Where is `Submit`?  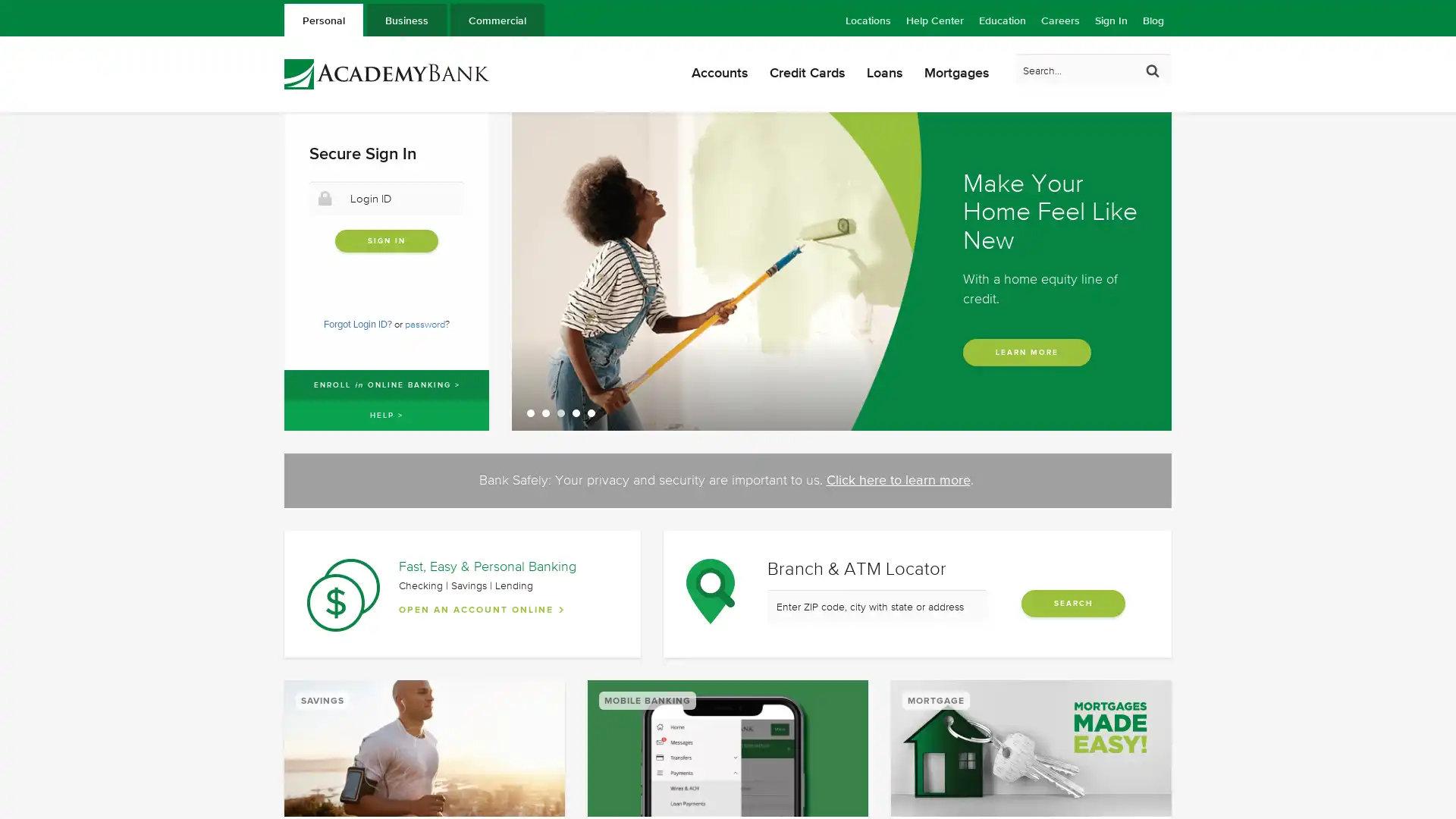
Submit is located at coordinates (1153, 70).